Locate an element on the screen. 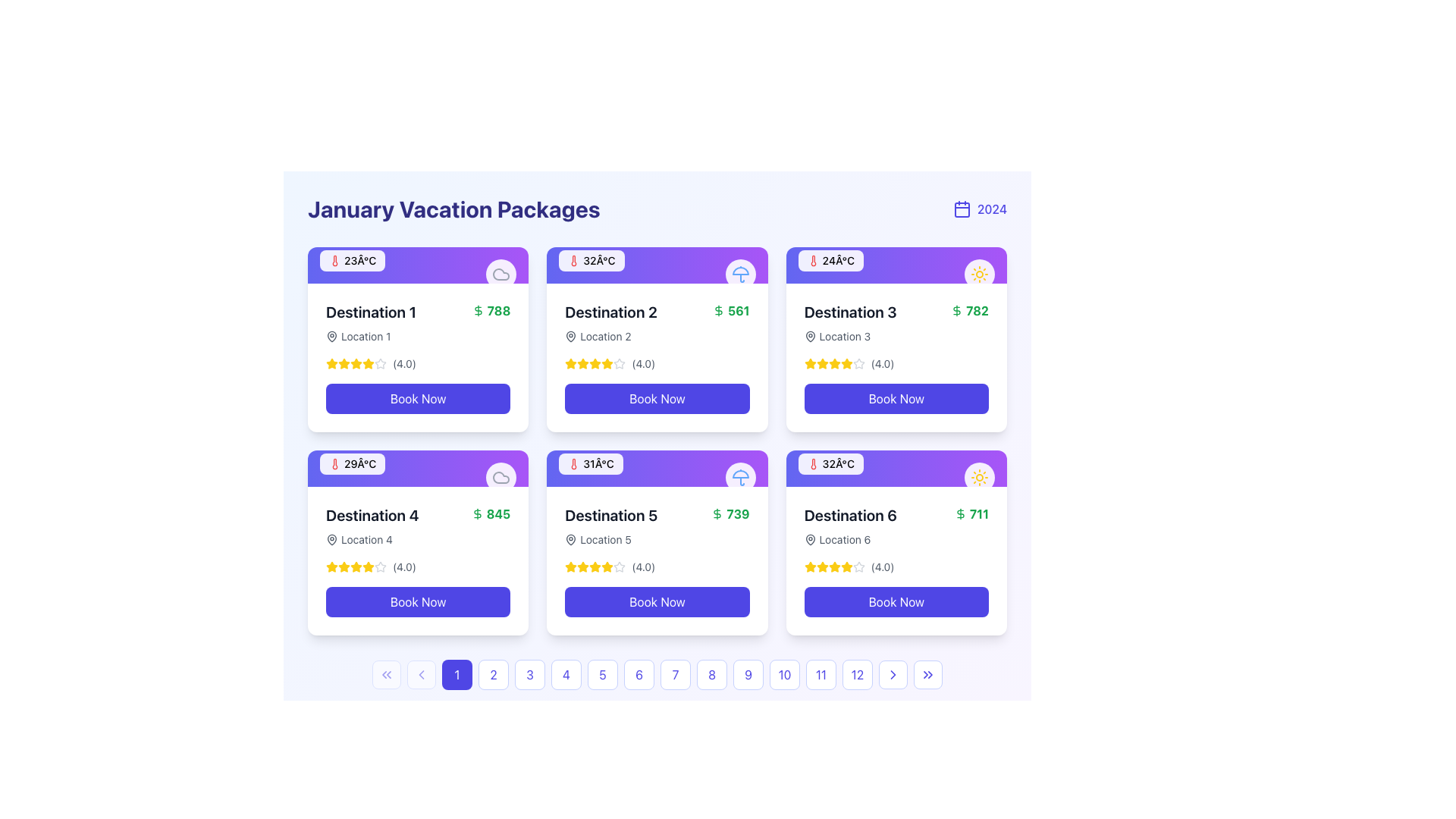 Image resolution: width=1456 pixels, height=819 pixels. the red thermometer icon located in the purple banner at the top of the card labeled 'Destination 3', adjacent to the temperature information '24°C' is located at coordinates (812, 259).